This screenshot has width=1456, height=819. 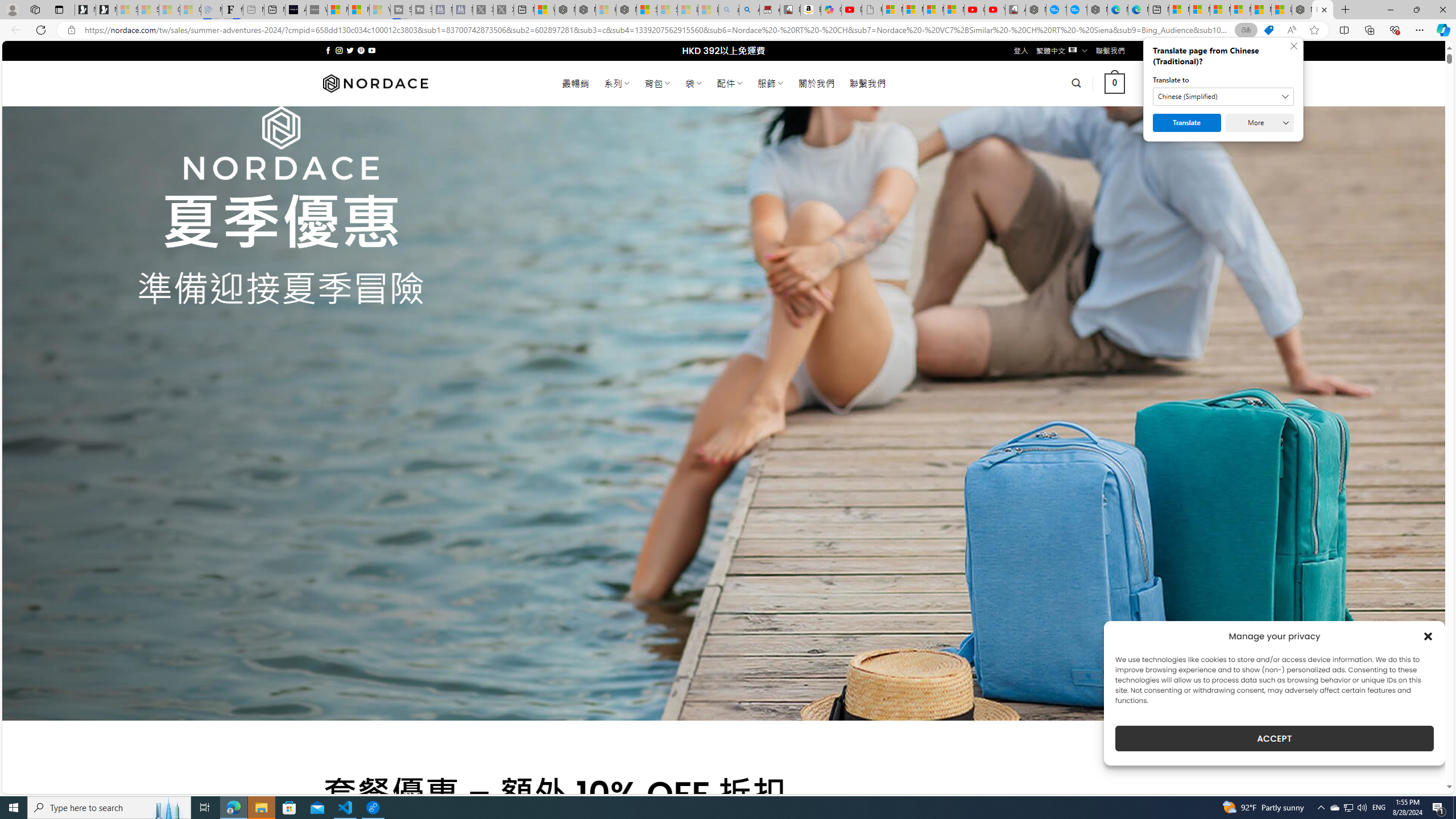 I want to click on 'Nordace - My Account', so click(x=1036, y=9).